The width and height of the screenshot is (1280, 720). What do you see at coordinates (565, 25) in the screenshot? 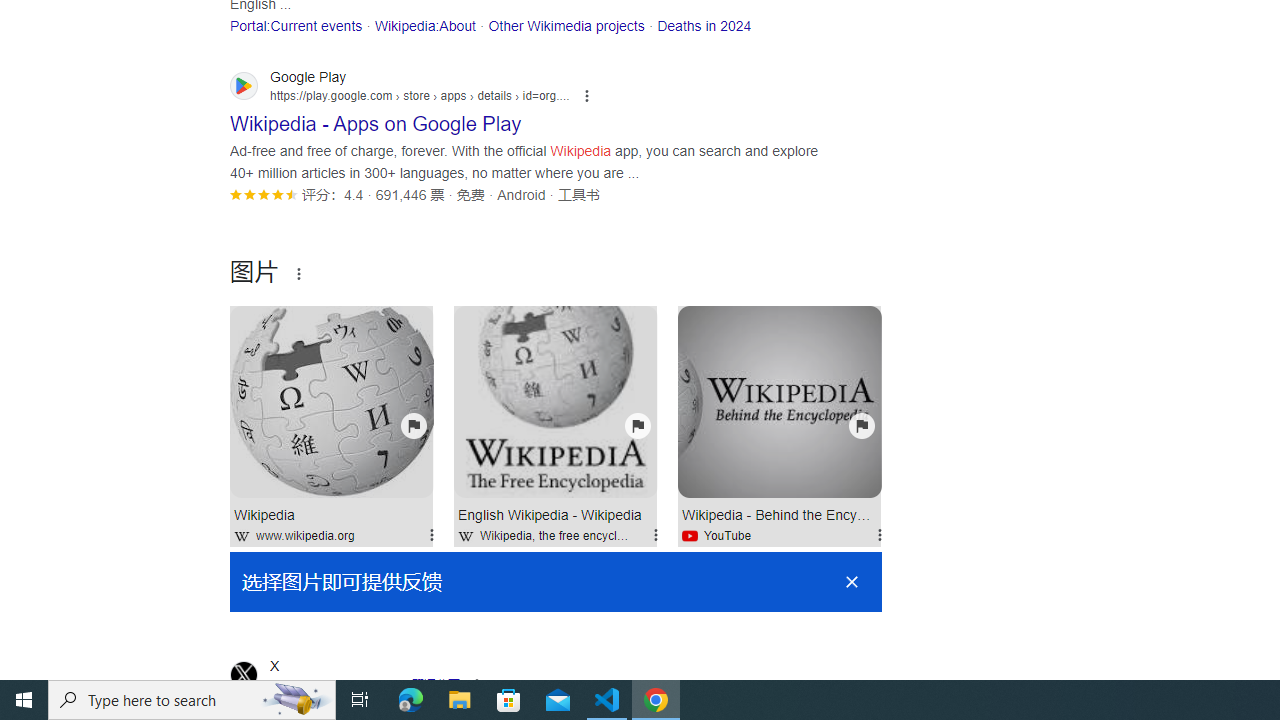
I see `'Other Wikimedia projects'` at bounding box center [565, 25].